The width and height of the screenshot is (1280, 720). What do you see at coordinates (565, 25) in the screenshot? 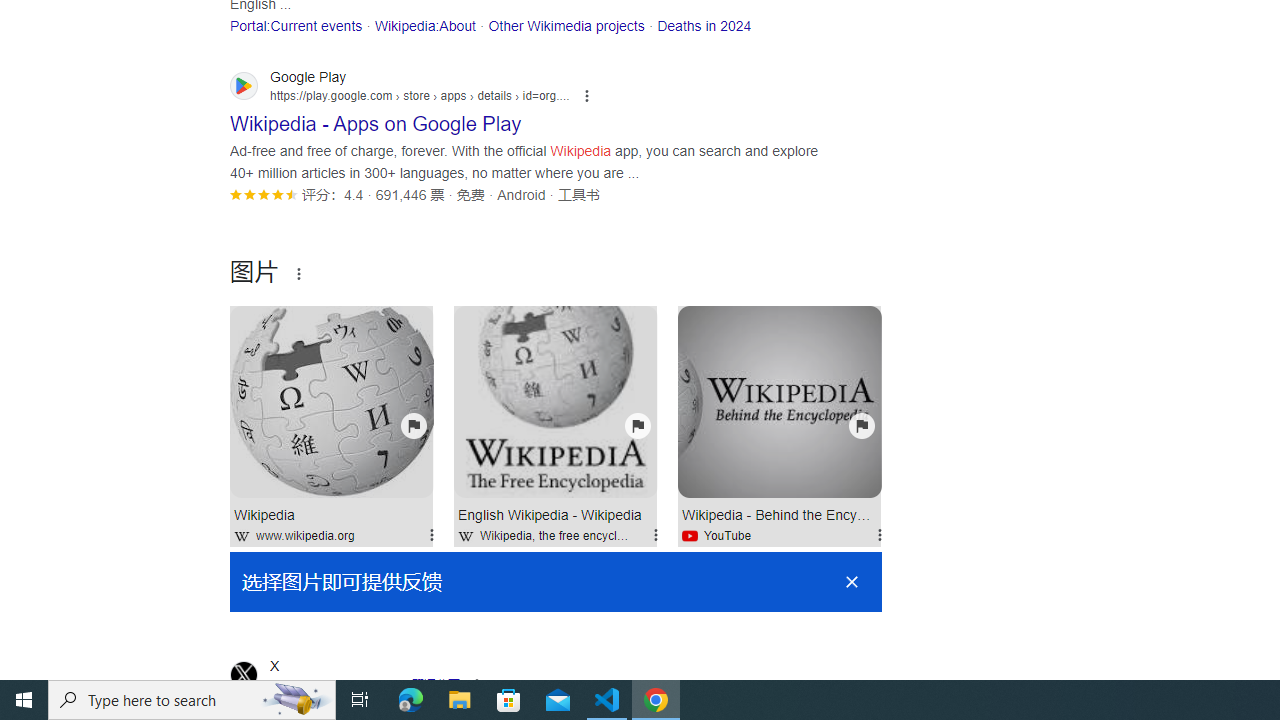
I see `'Other Wikimedia projects'` at bounding box center [565, 25].